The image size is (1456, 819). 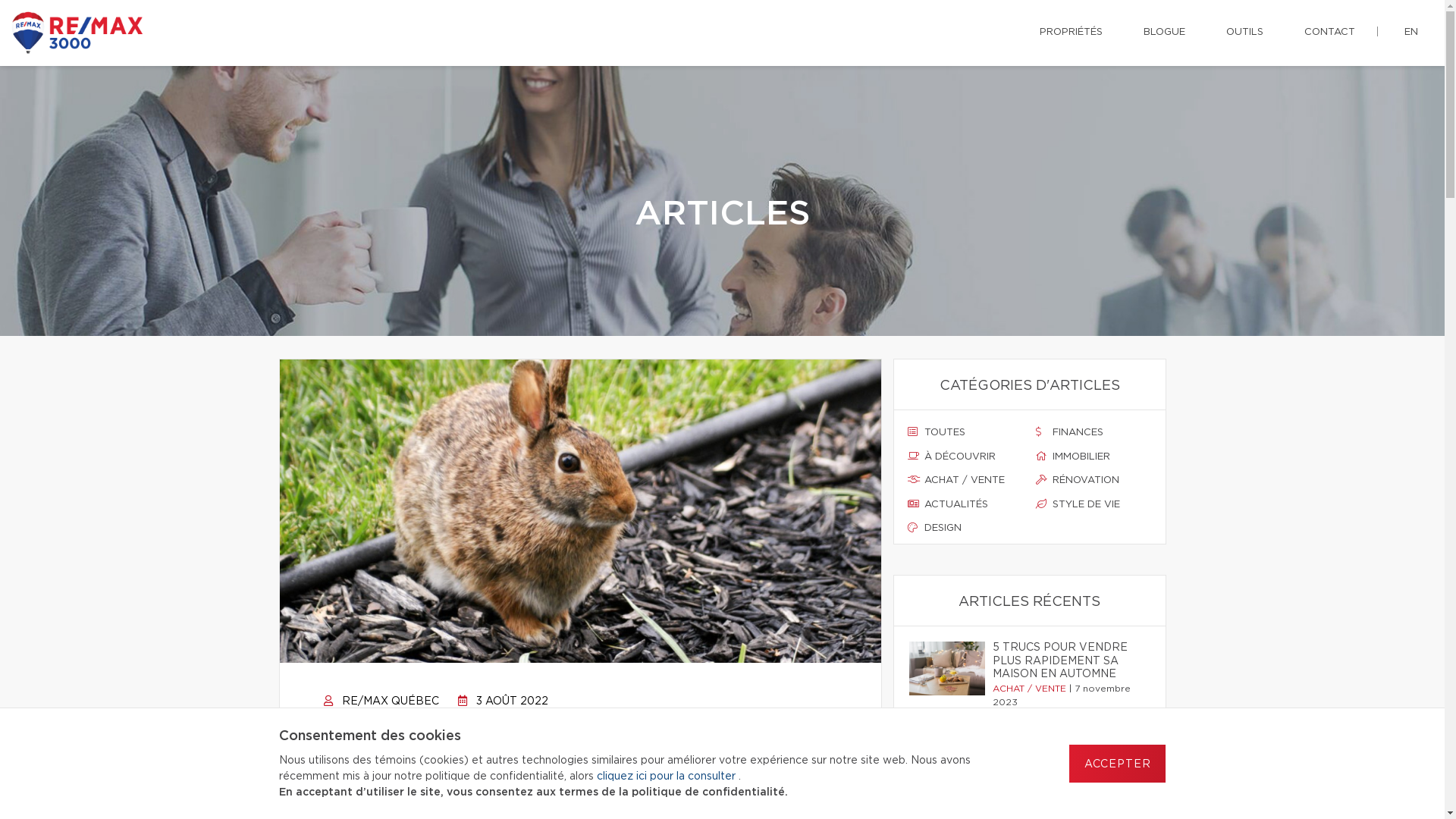 I want to click on 'IMMOBILIER', so click(x=1035, y=456).